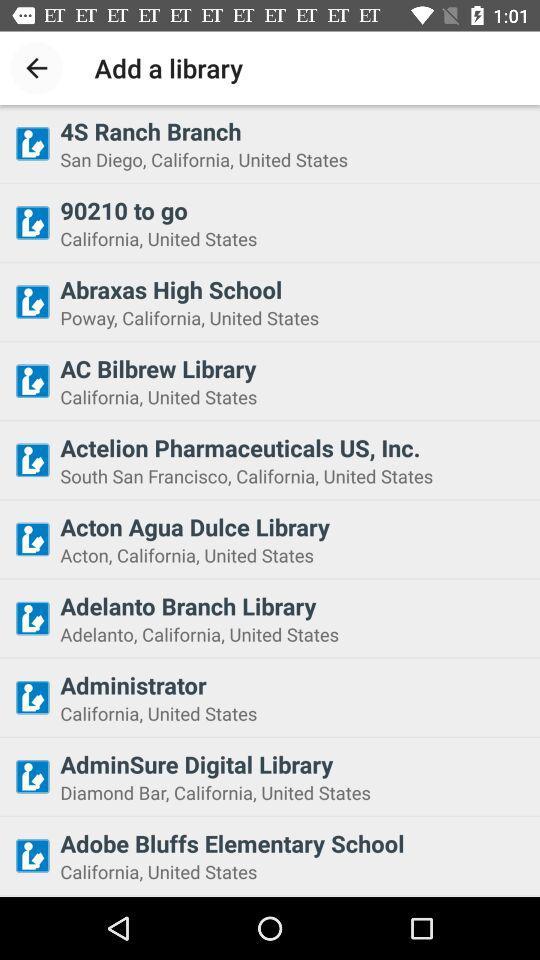 Image resolution: width=540 pixels, height=960 pixels. What do you see at coordinates (293, 763) in the screenshot?
I see `icon below california, united states` at bounding box center [293, 763].